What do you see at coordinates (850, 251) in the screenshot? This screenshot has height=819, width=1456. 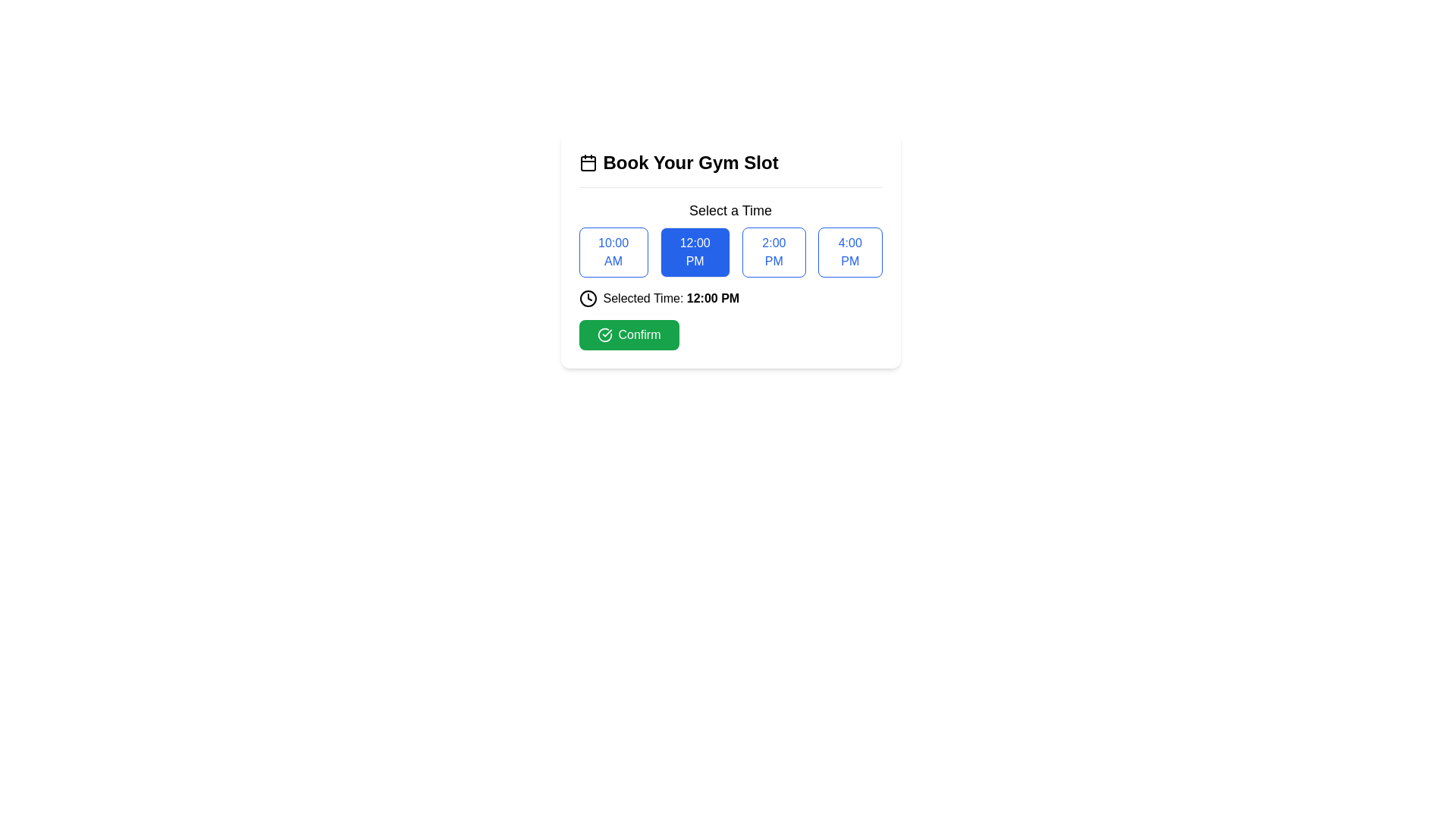 I see `the fourth button labeled '4:00 PM'` at bounding box center [850, 251].